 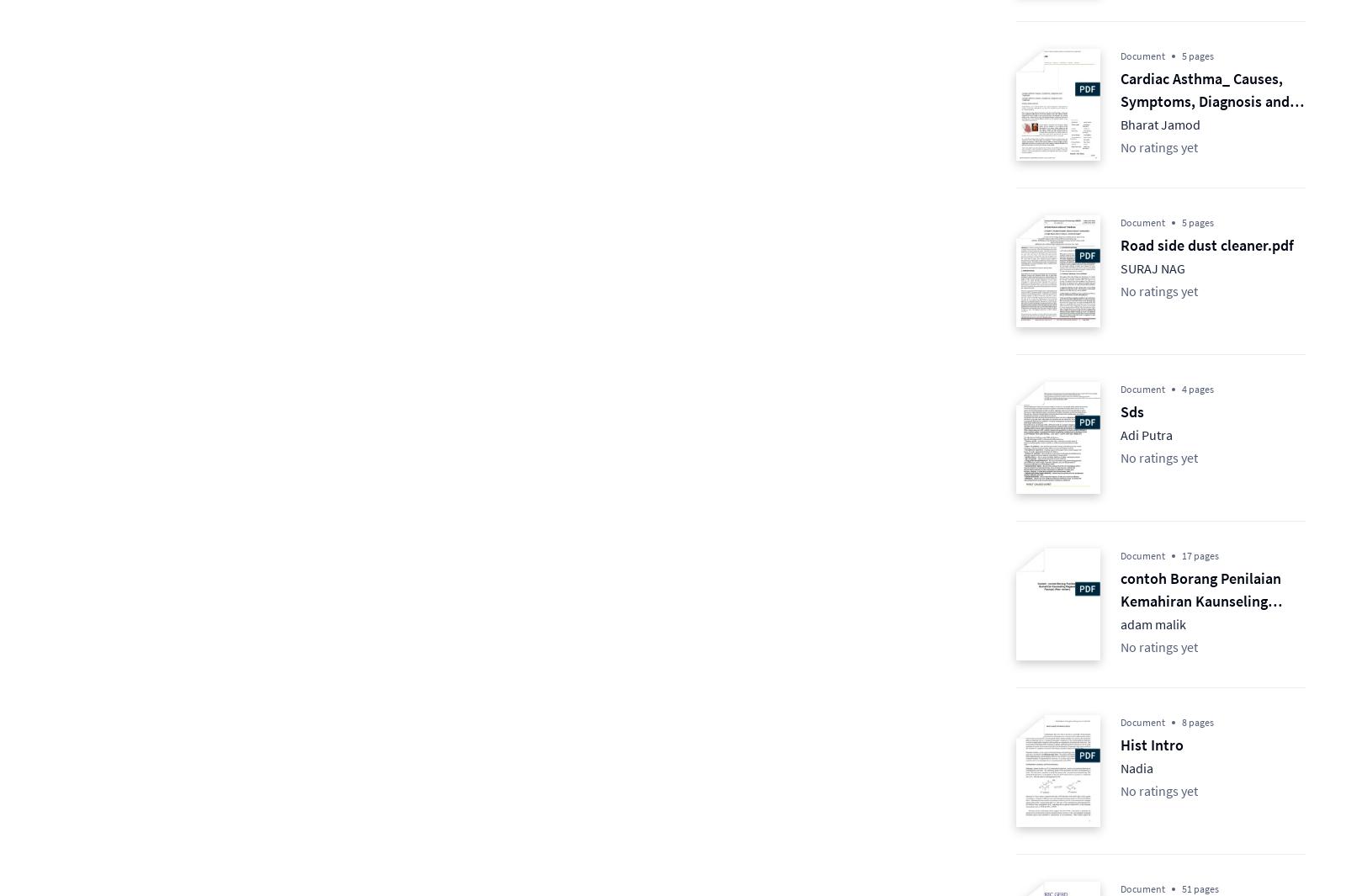 I want to click on 'Adi Putra', so click(x=1146, y=433).